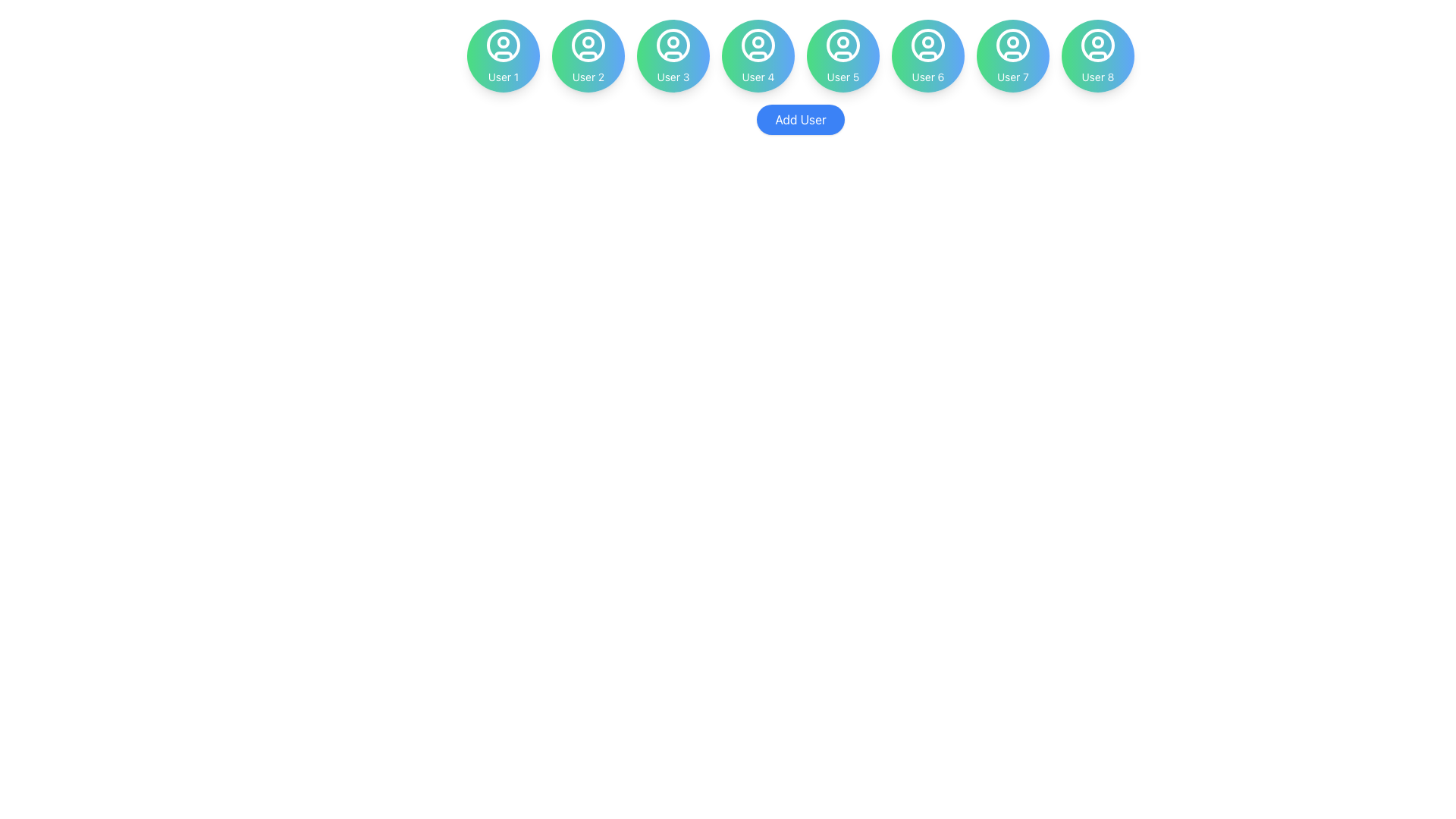 This screenshot has width=1456, height=819. What do you see at coordinates (843, 55) in the screenshot?
I see `the List Item representing 'User 5'` at bounding box center [843, 55].